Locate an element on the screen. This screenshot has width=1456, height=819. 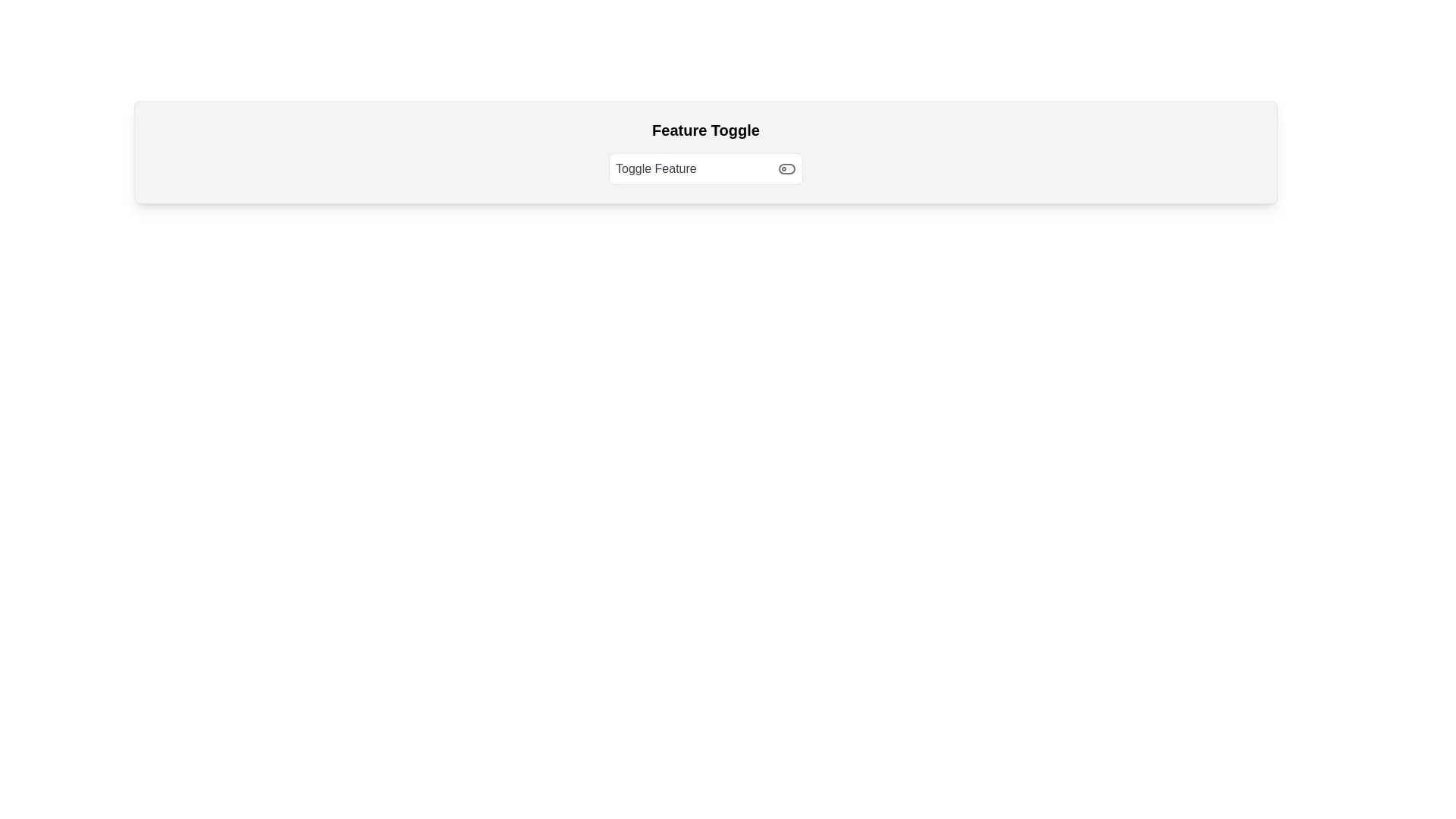
the rectangular graphical component with rounded corners that serves as a background element within the toggle switch layout is located at coordinates (786, 169).